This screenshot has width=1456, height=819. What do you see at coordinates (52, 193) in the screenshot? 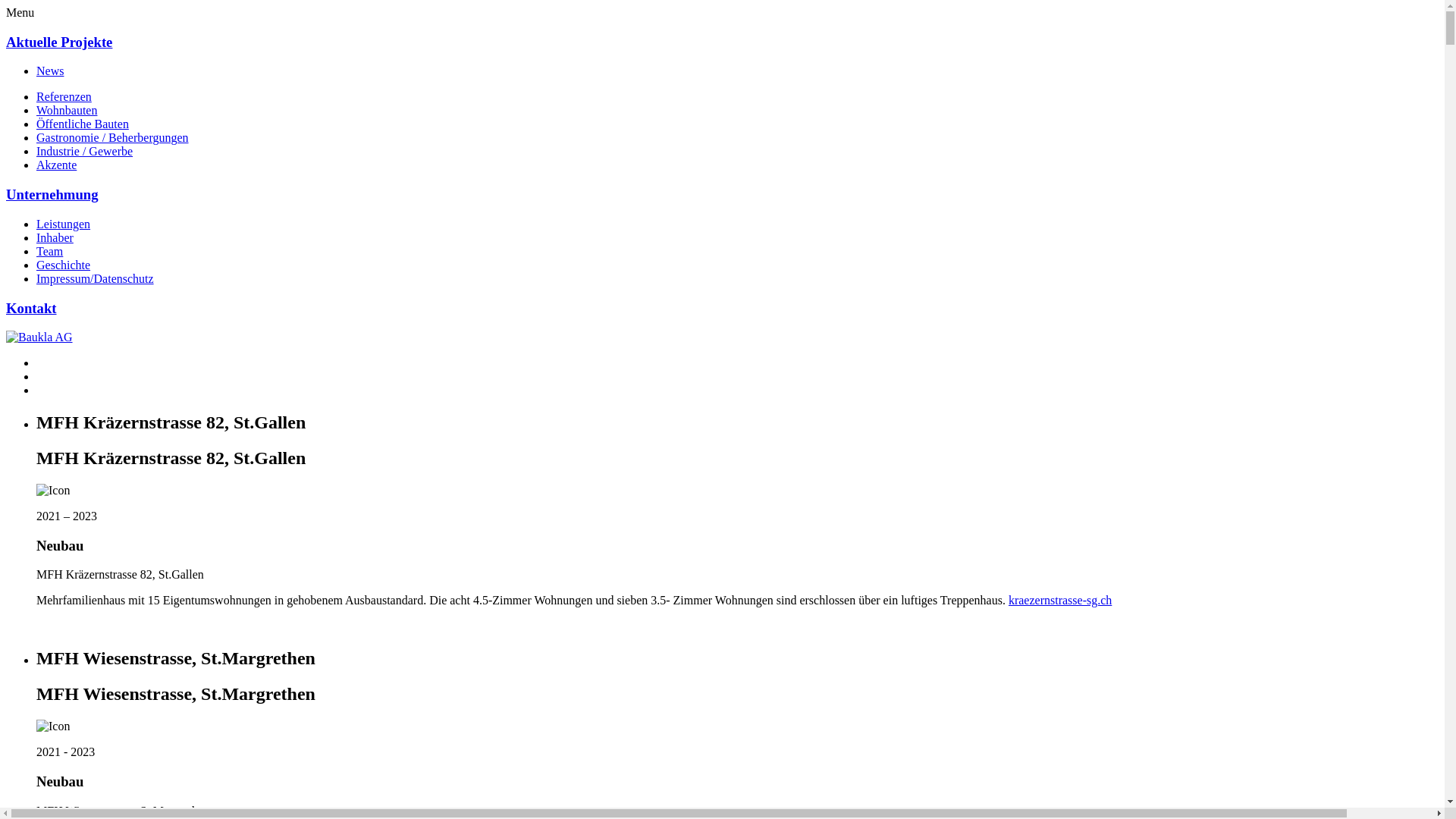
I see `'Unternehmung'` at bounding box center [52, 193].